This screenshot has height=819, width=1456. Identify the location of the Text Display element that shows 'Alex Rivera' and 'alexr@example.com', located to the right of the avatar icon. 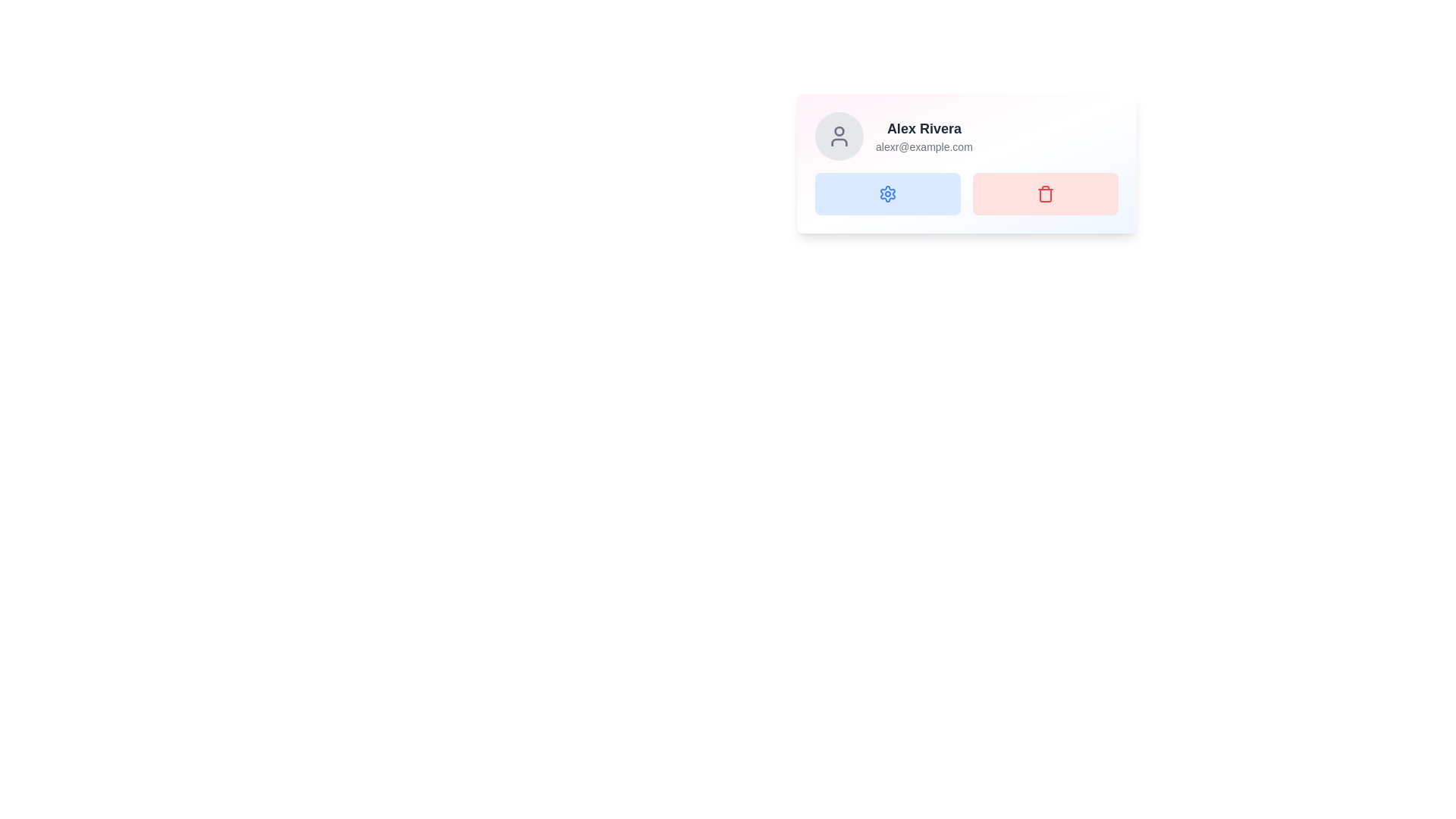
(923, 136).